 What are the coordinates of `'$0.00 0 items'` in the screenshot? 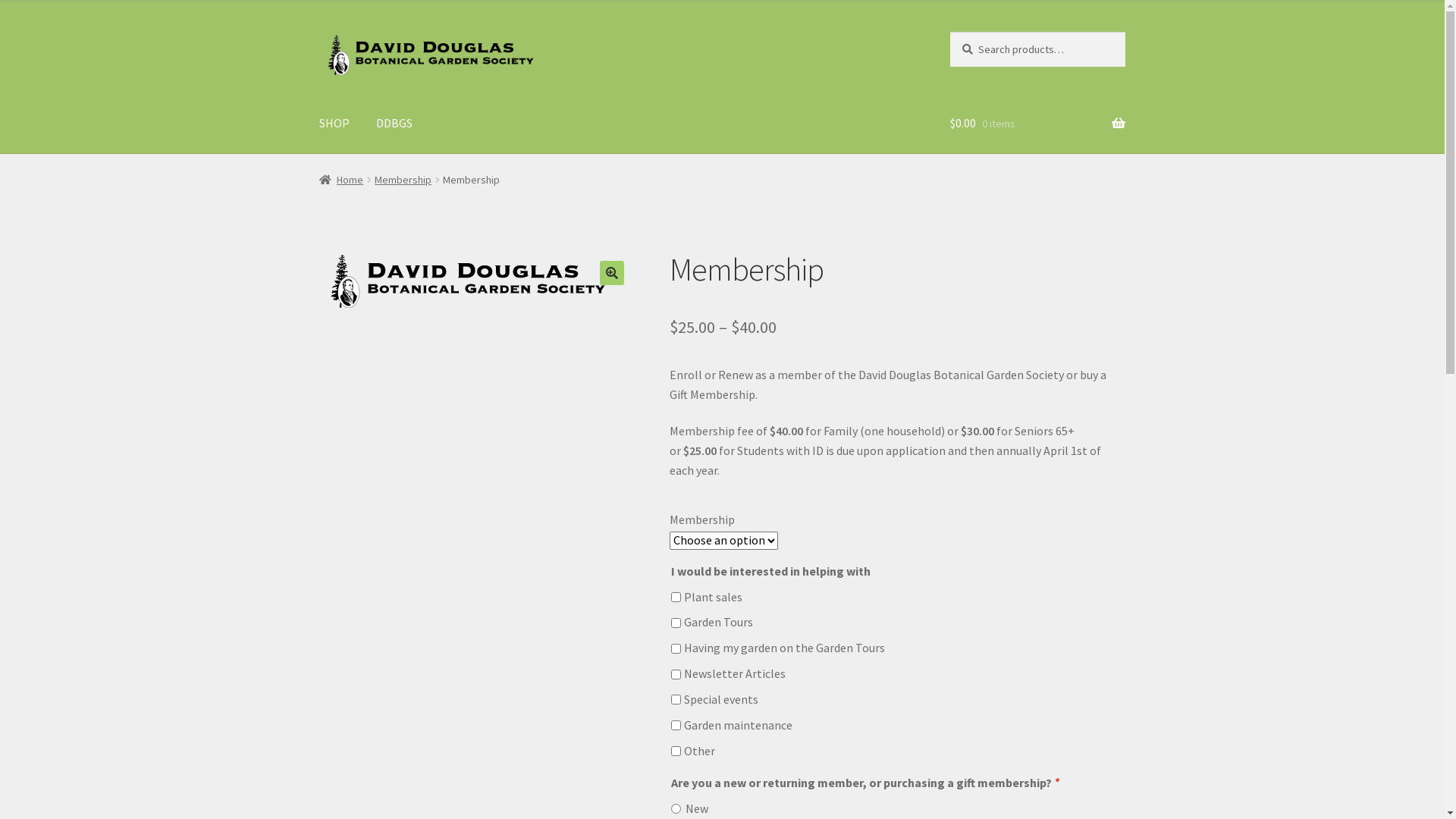 It's located at (1037, 124).